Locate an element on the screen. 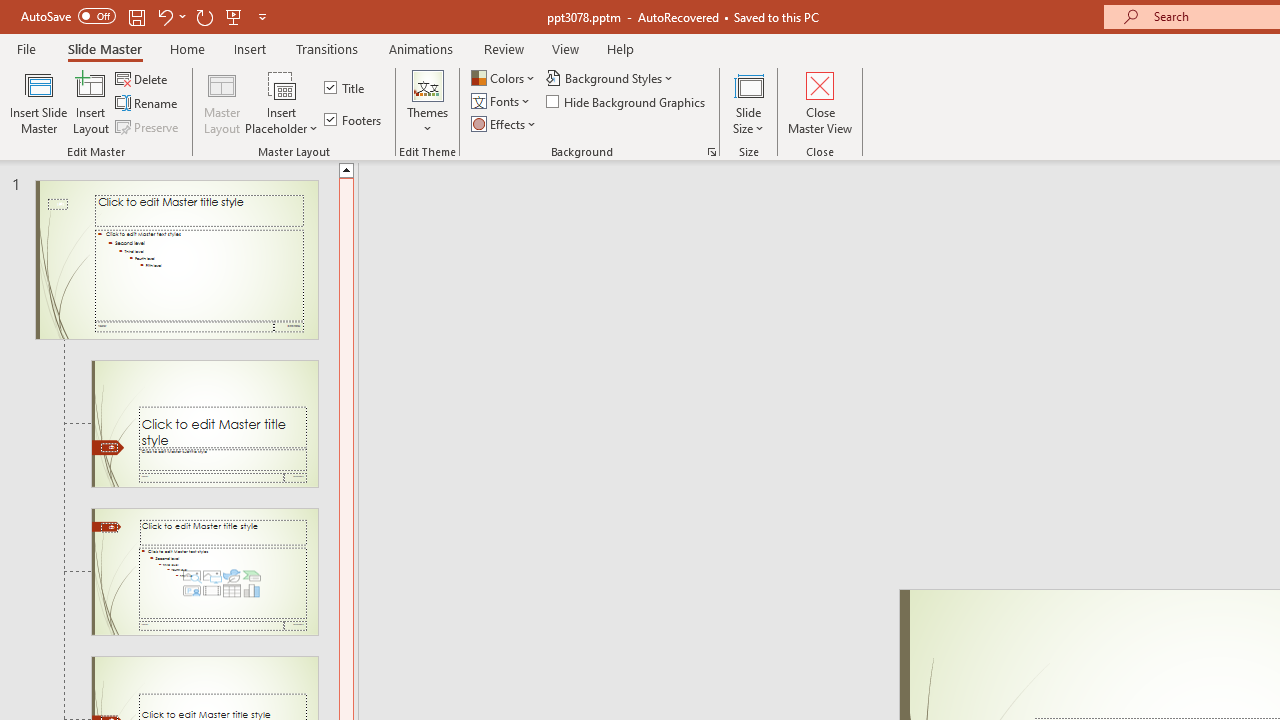 The width and height of the screenshot is (1280, 720). 'Master Layout...' is located at coordinates (222, 103).